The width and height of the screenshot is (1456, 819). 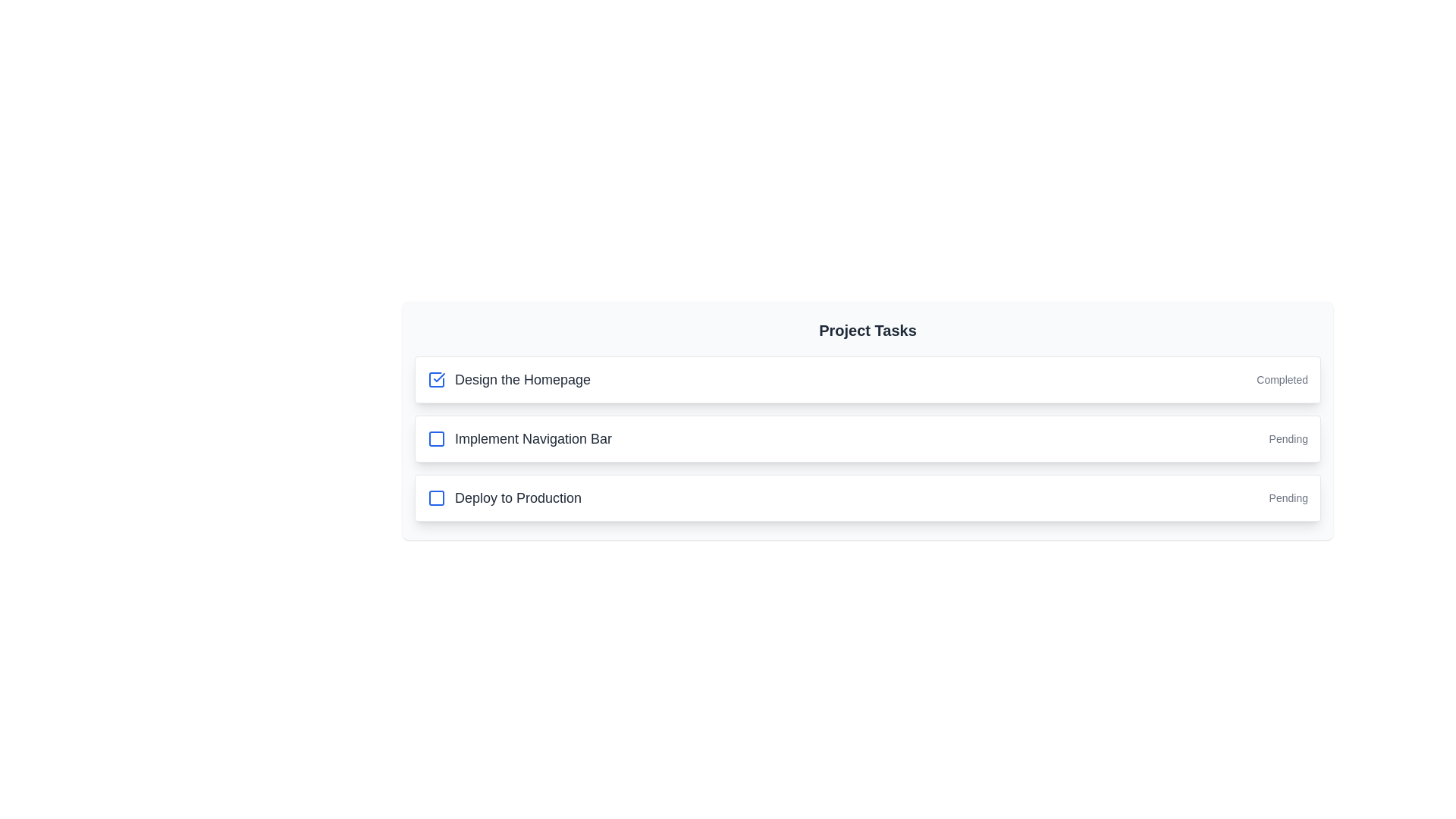 What do you see at coordinates (436, 438) in the screenshot?
I see `the checkbox indicator for the task 'Implement Navigation Bar' to check or uncheck it` at bounding box center [436, 438].